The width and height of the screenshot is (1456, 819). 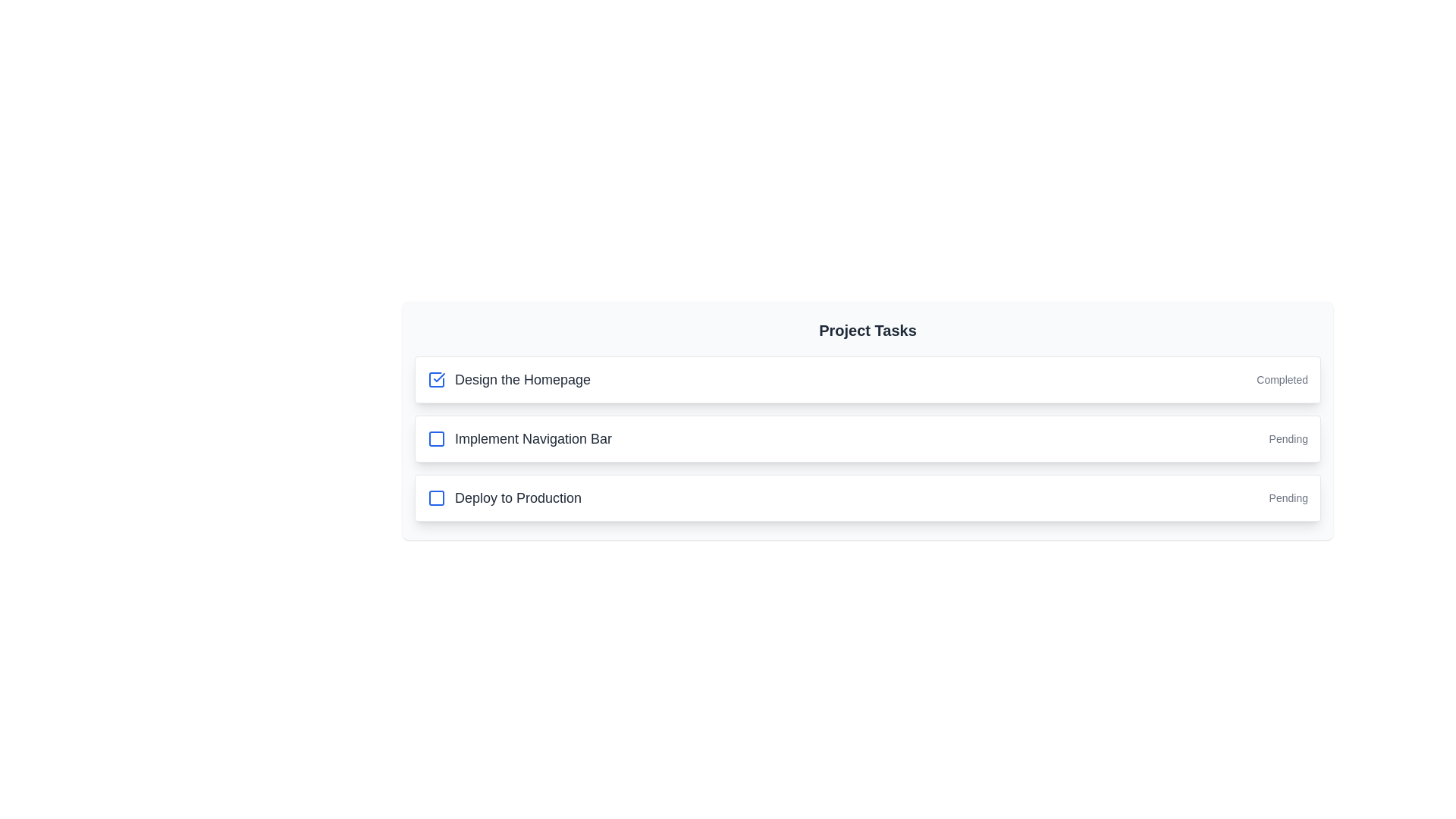 What do you see at coordinates (436, 438) in the screenshot?
I see `the checkbox indicator for the task 'Implement Navigation Bar' to check or uncheck it` at bounding box center [436, 438].